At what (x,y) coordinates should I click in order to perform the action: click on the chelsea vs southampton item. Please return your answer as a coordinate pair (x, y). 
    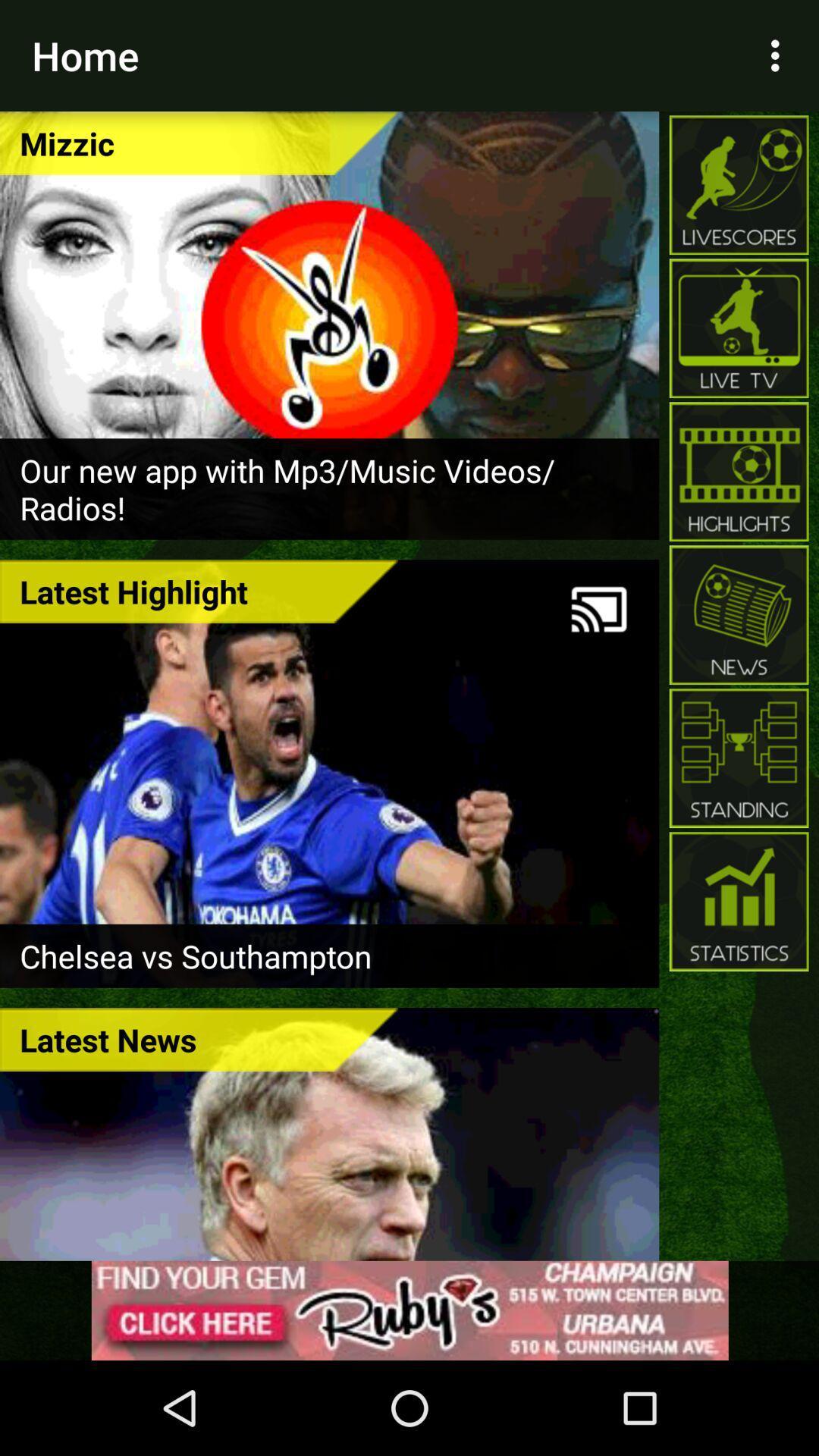
    Looking at the image, I should click on (328, 955).